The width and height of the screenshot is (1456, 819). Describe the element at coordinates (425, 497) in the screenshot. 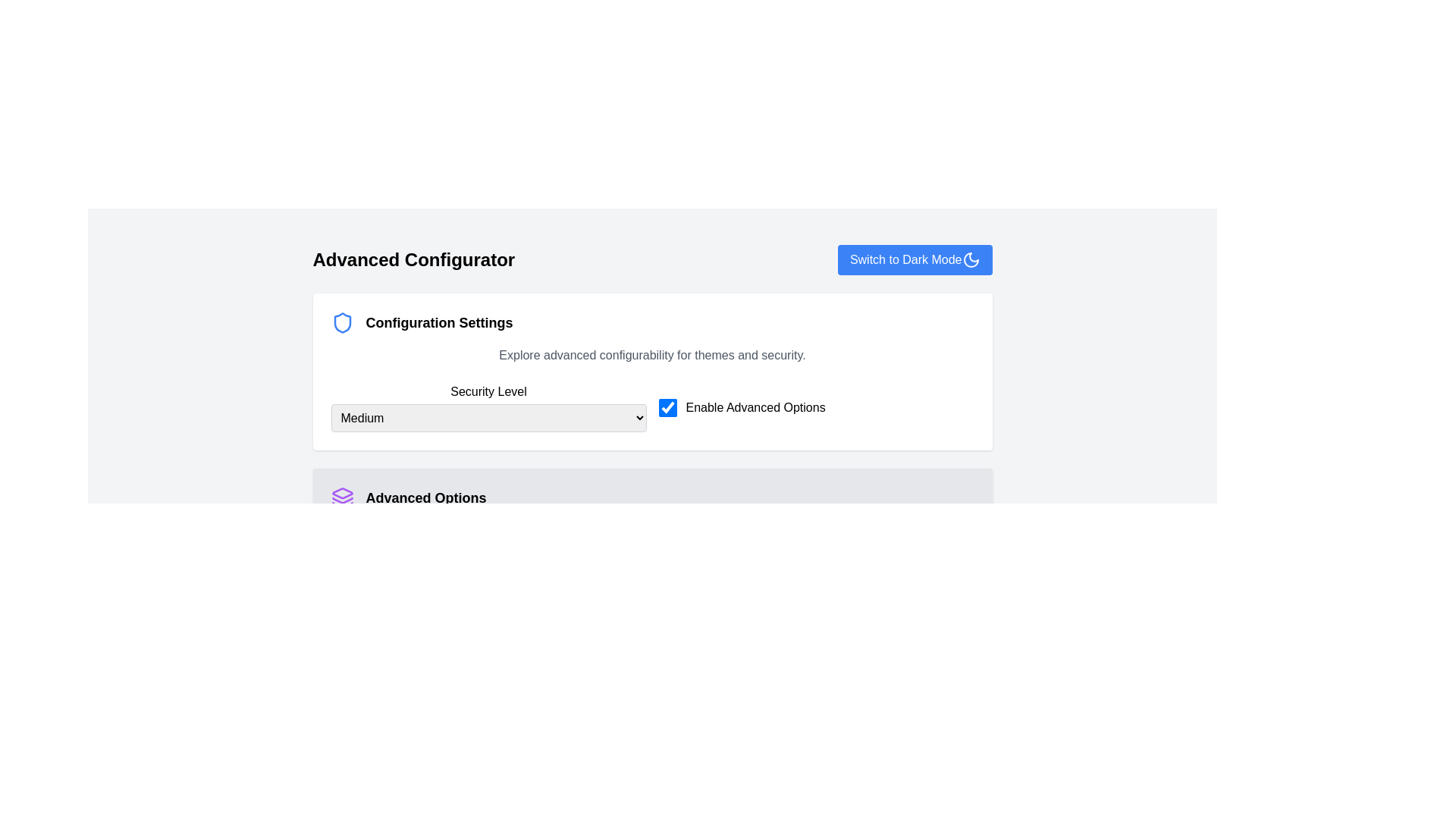

I see `the 'Advanced Options' text label styled with a bold, larger font size, which is located next to a purple icon resembling layered sheets` at that location.